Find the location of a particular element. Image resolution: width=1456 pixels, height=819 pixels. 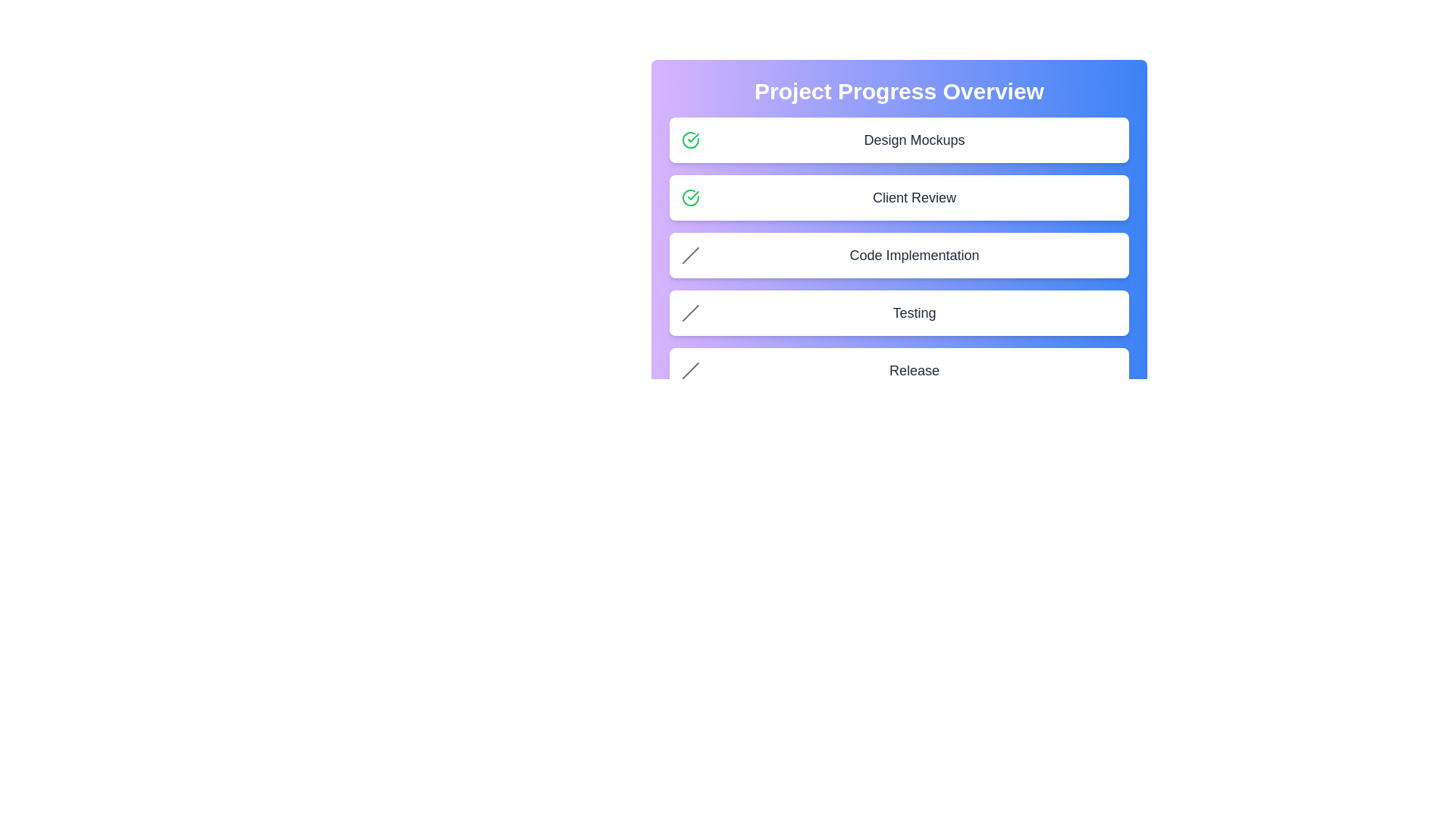

the 'Testing' task card, which is the fourth item is located at coordinates (899, 312).